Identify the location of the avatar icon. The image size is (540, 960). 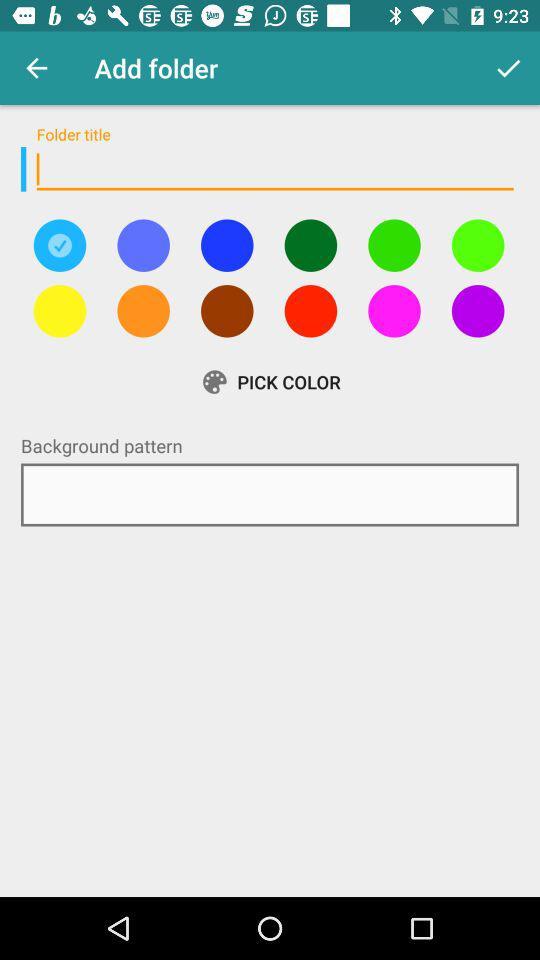
(59, 311).